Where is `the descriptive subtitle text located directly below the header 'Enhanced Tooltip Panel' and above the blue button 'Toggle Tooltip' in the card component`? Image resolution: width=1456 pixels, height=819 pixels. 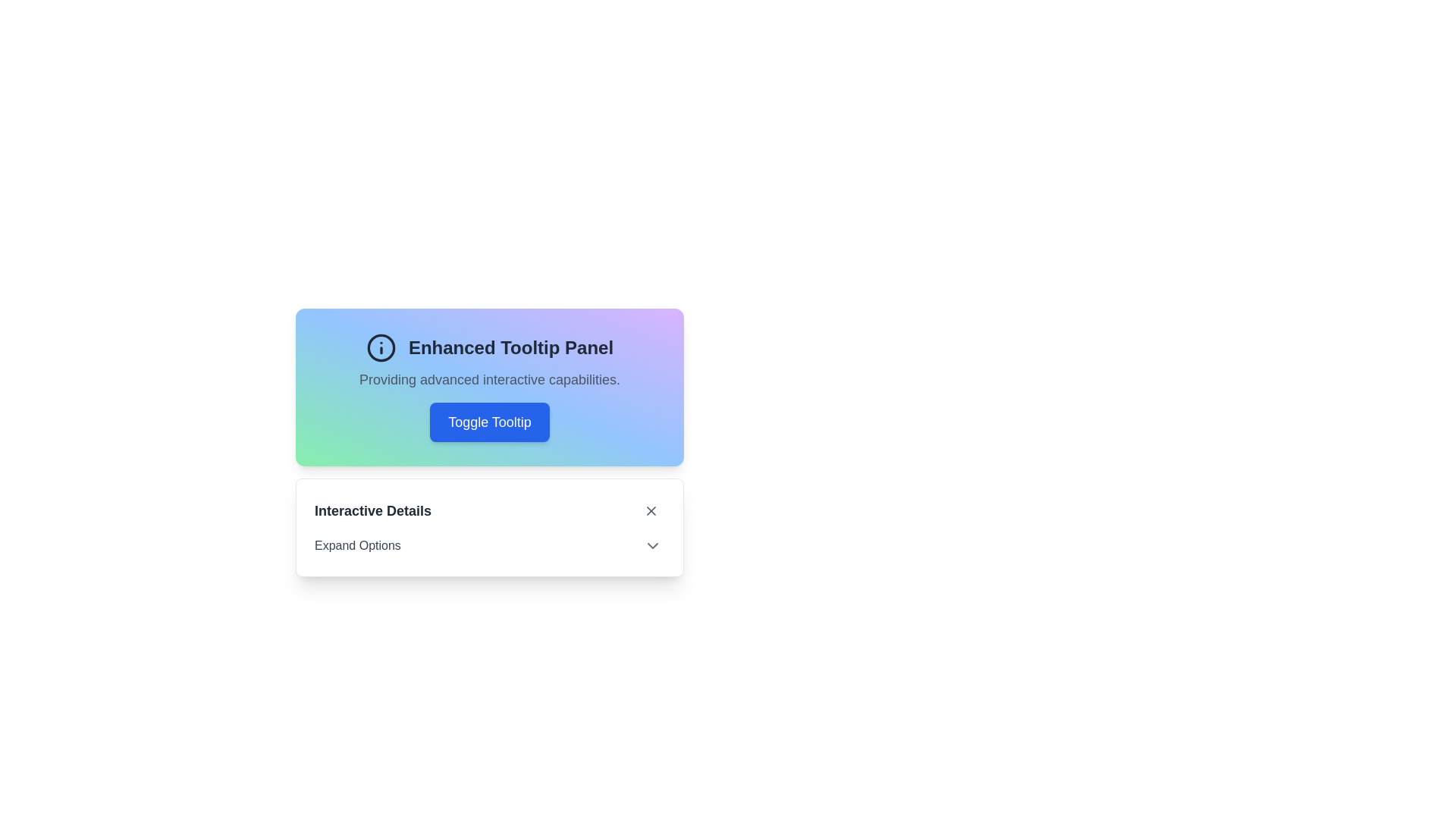 the descriptive subtitle text located directly below the header 'Enhanced Tooltip Panel' and above the blue button 'Toggle Tooltip' in the card component is located at coordinates (490, 379).